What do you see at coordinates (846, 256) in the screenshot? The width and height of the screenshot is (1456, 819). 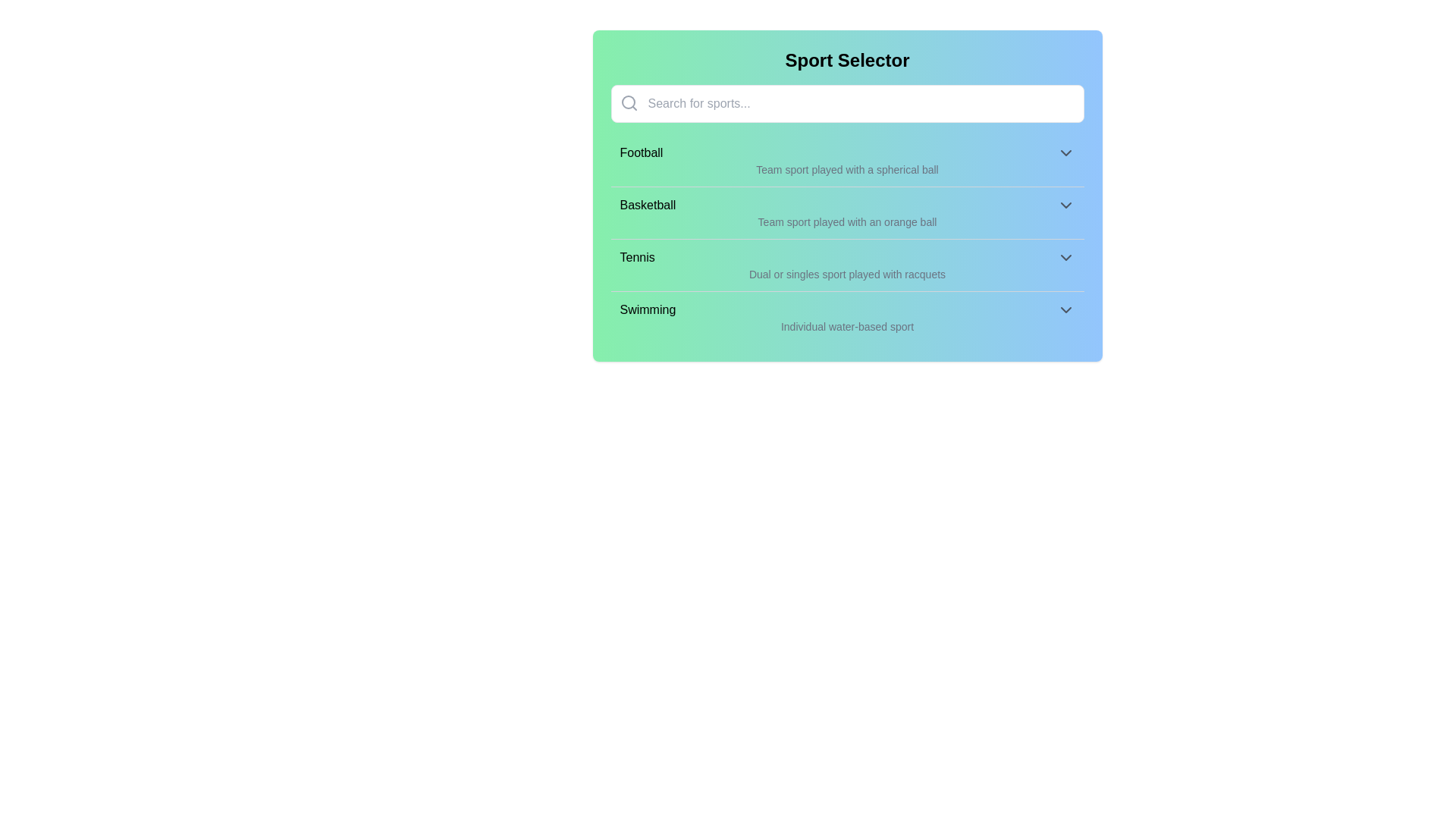 I see `the third option row for the 'Tennis' sport category` at bounding box center [846, 256].